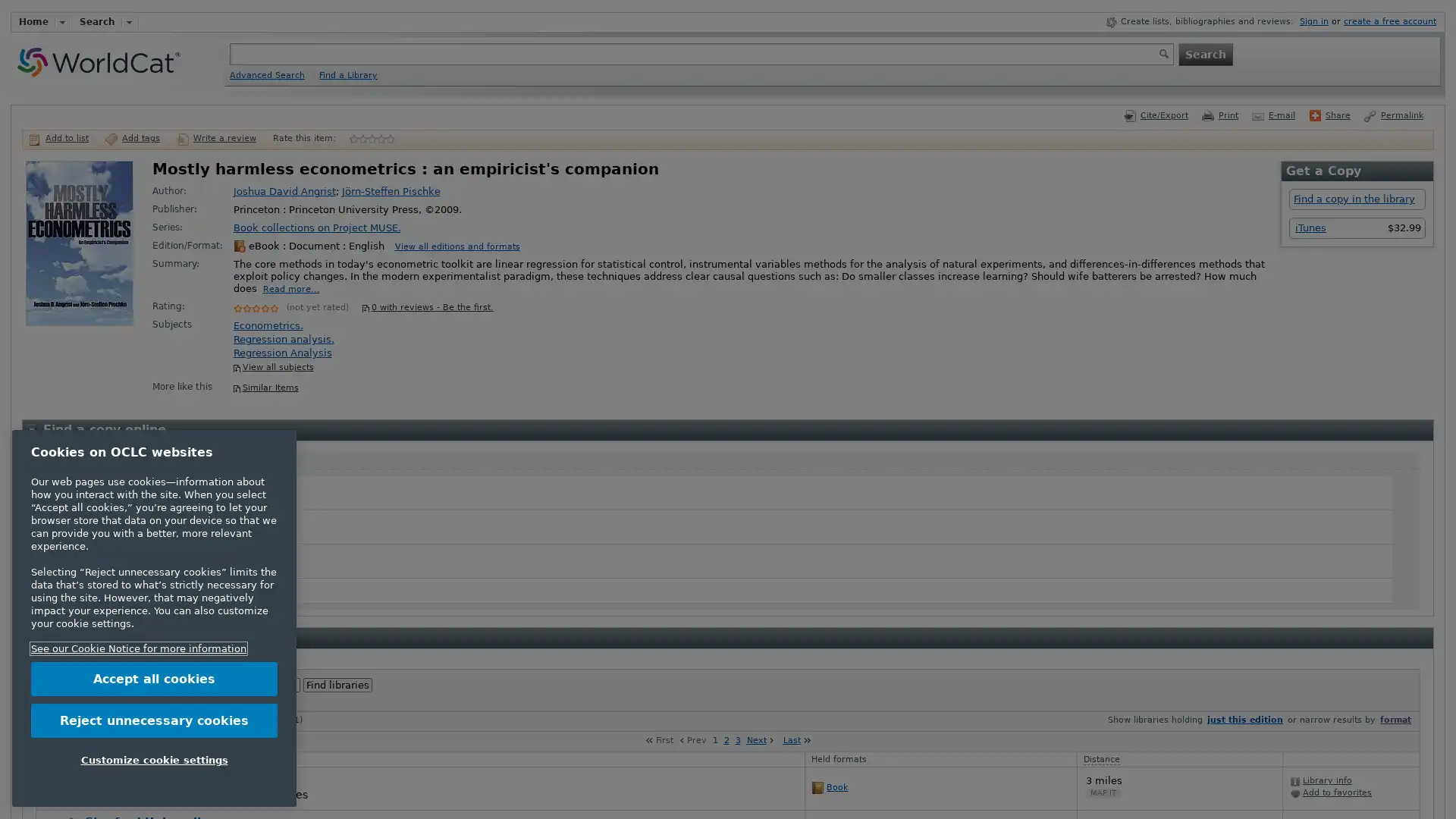 Image resolution: width=1456 pixels, height=819 pixels. What do you see at coordinates (337, 685) in the screenshot?
I see `Find libraries` at bounding box center [337, 685].